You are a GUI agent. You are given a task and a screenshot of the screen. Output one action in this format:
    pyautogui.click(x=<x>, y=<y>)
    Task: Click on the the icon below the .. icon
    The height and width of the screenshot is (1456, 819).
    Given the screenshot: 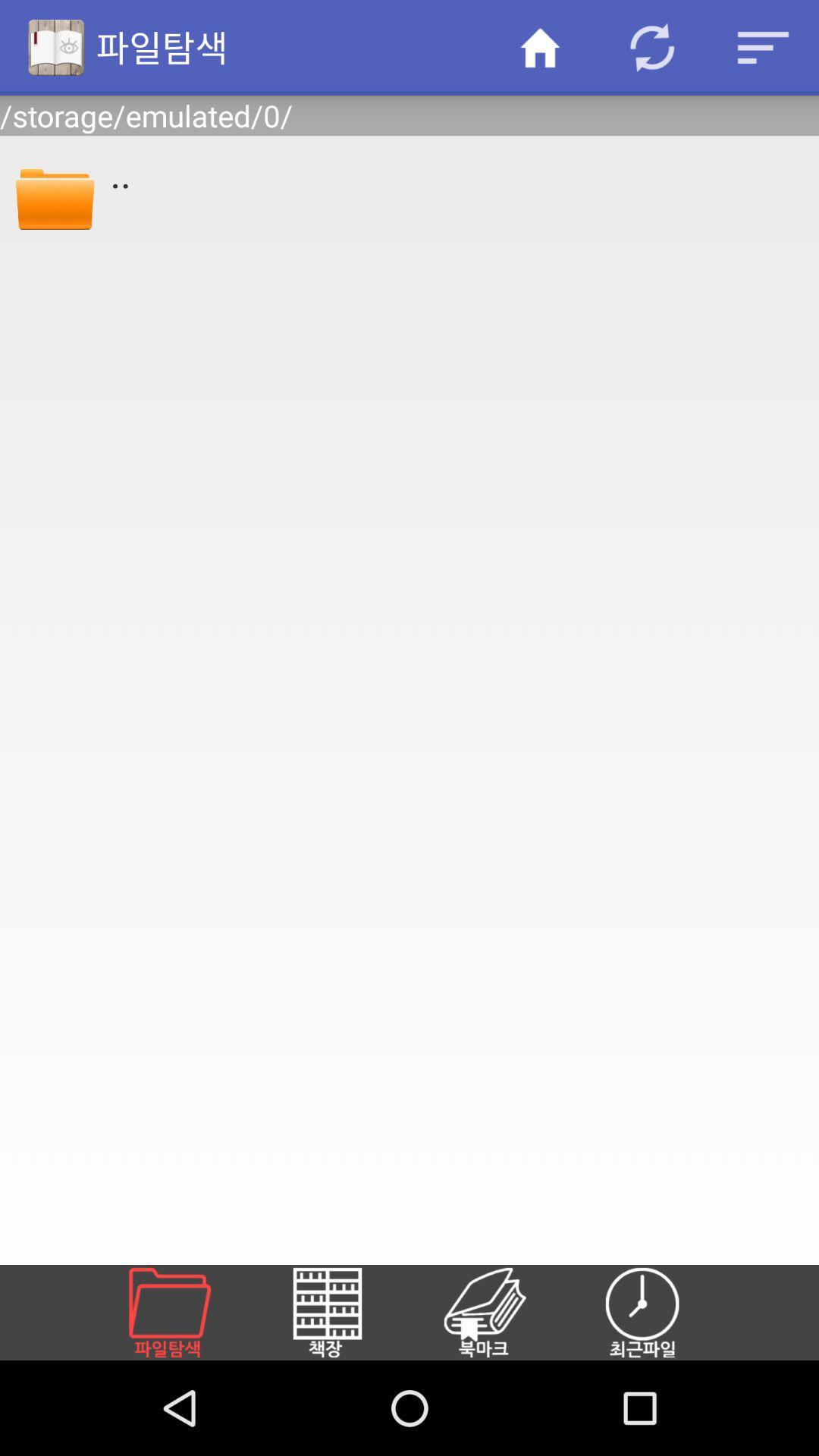 What is the action you would take?
    pyautogui.click(x=345, y=1312)
    